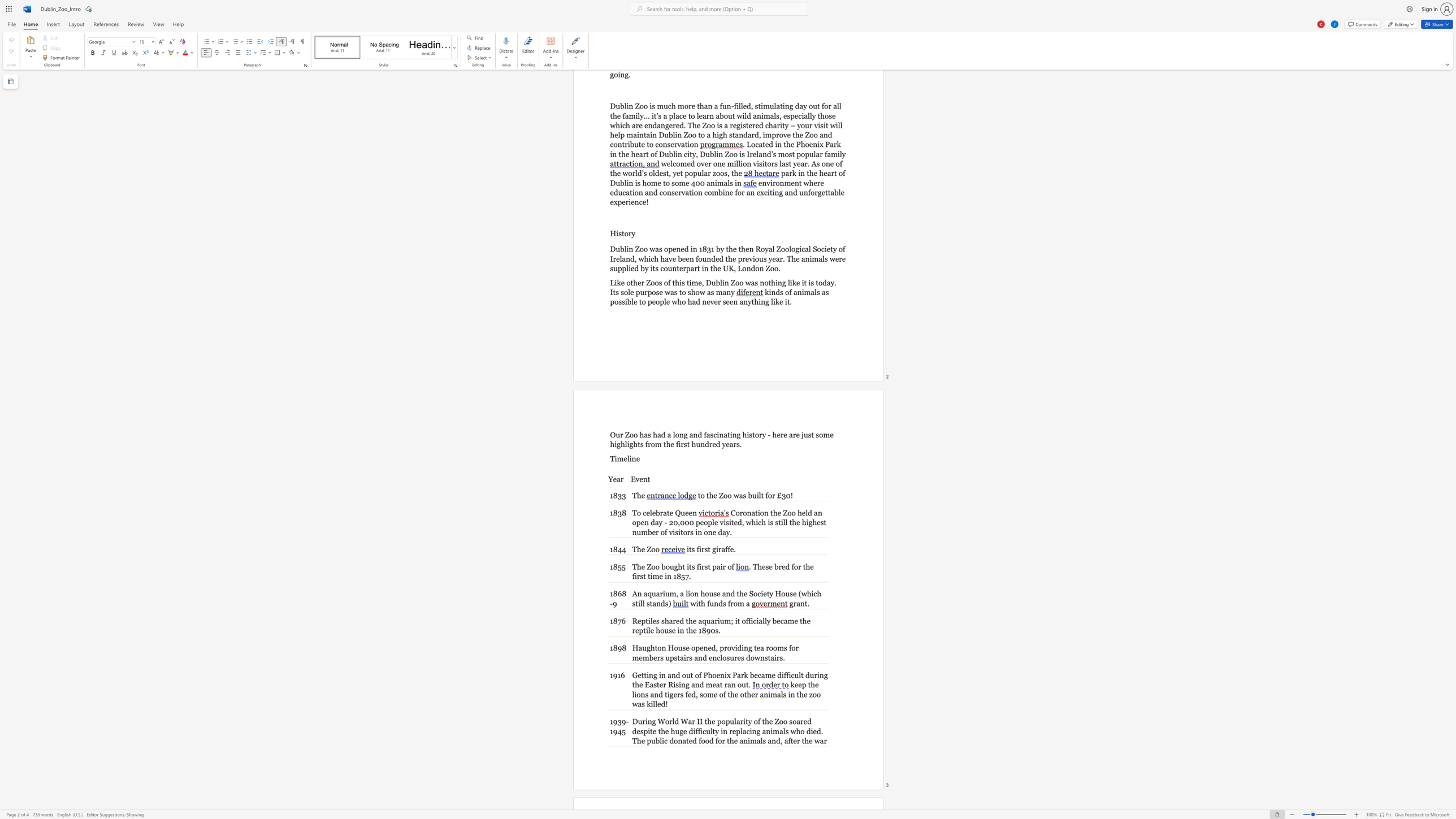  Describe the element at coordinates (767, 740) in the screenshot. I see `the subset text "and, after" within the text "for the animals and, after the war"` at that location.